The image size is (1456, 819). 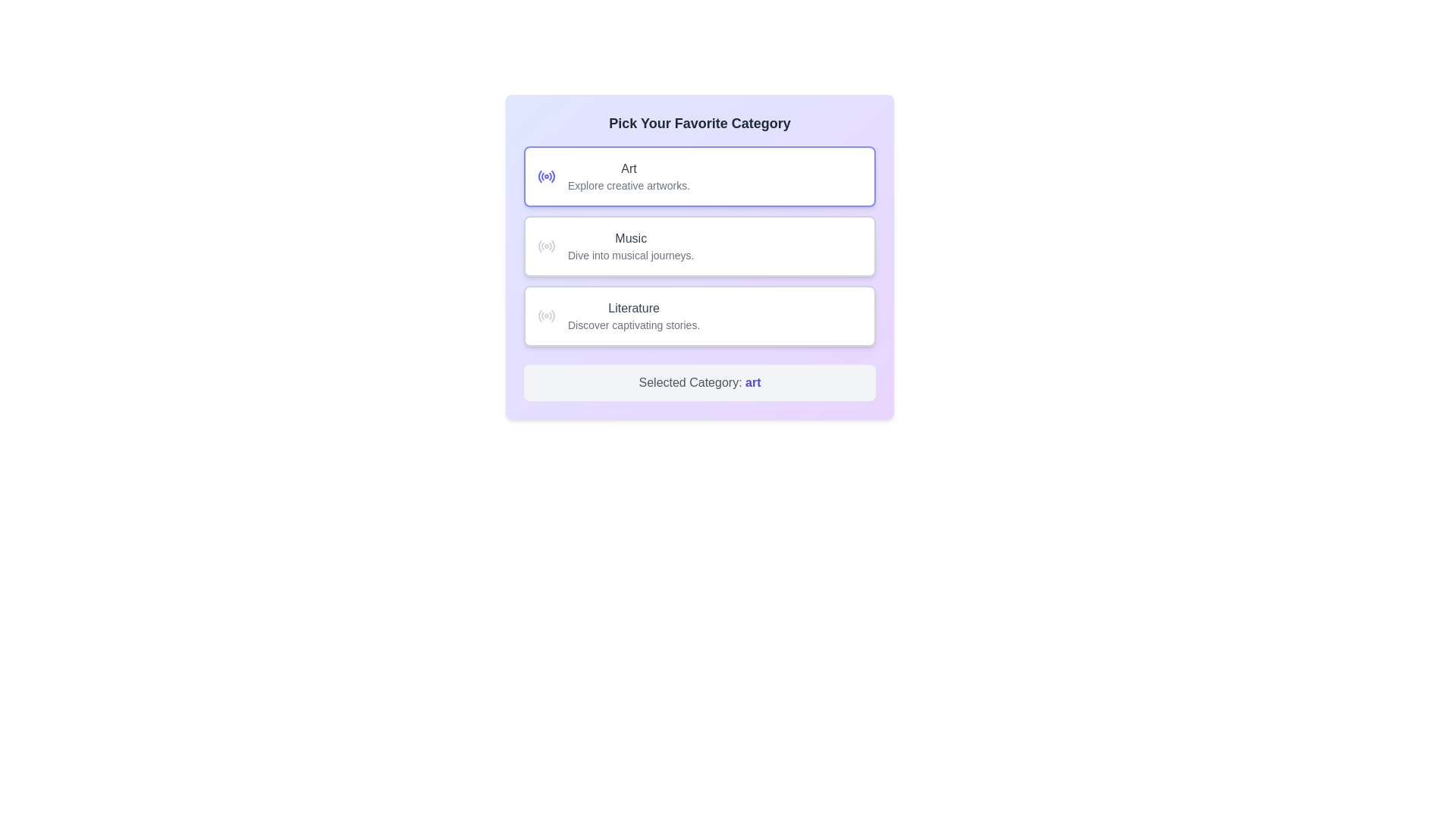 I want to click on the 'Literature' category selection card, which contains the subtitle 'Discover captivating stories.', located in the third card element of the options list, so click(x=633, y=315).